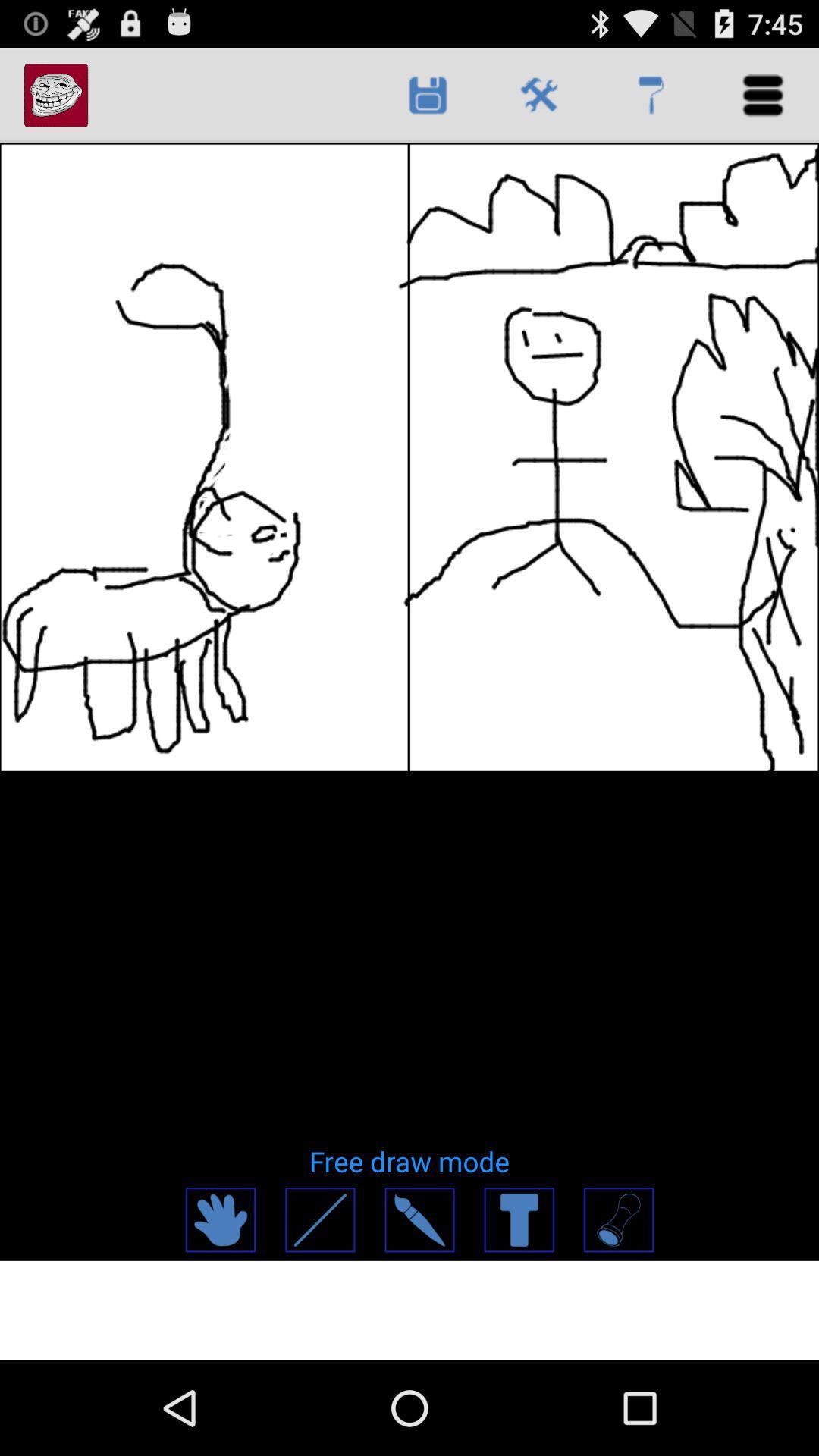  What do you see at coordinates (618, 1219) in the screenshot?
I see `geometric shapes` at bounding box center [618, 1219].